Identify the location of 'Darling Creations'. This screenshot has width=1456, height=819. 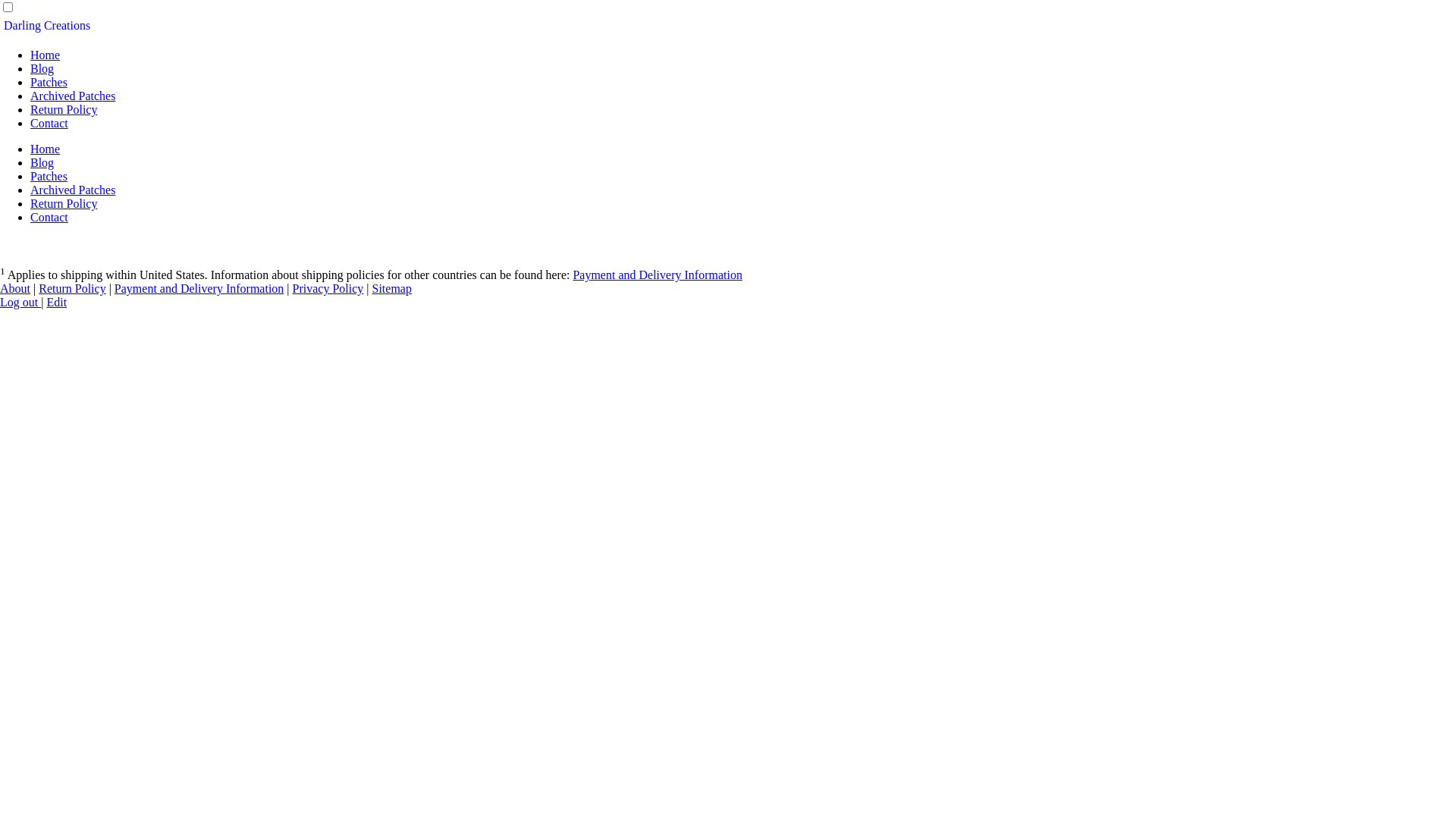
(47, 25).